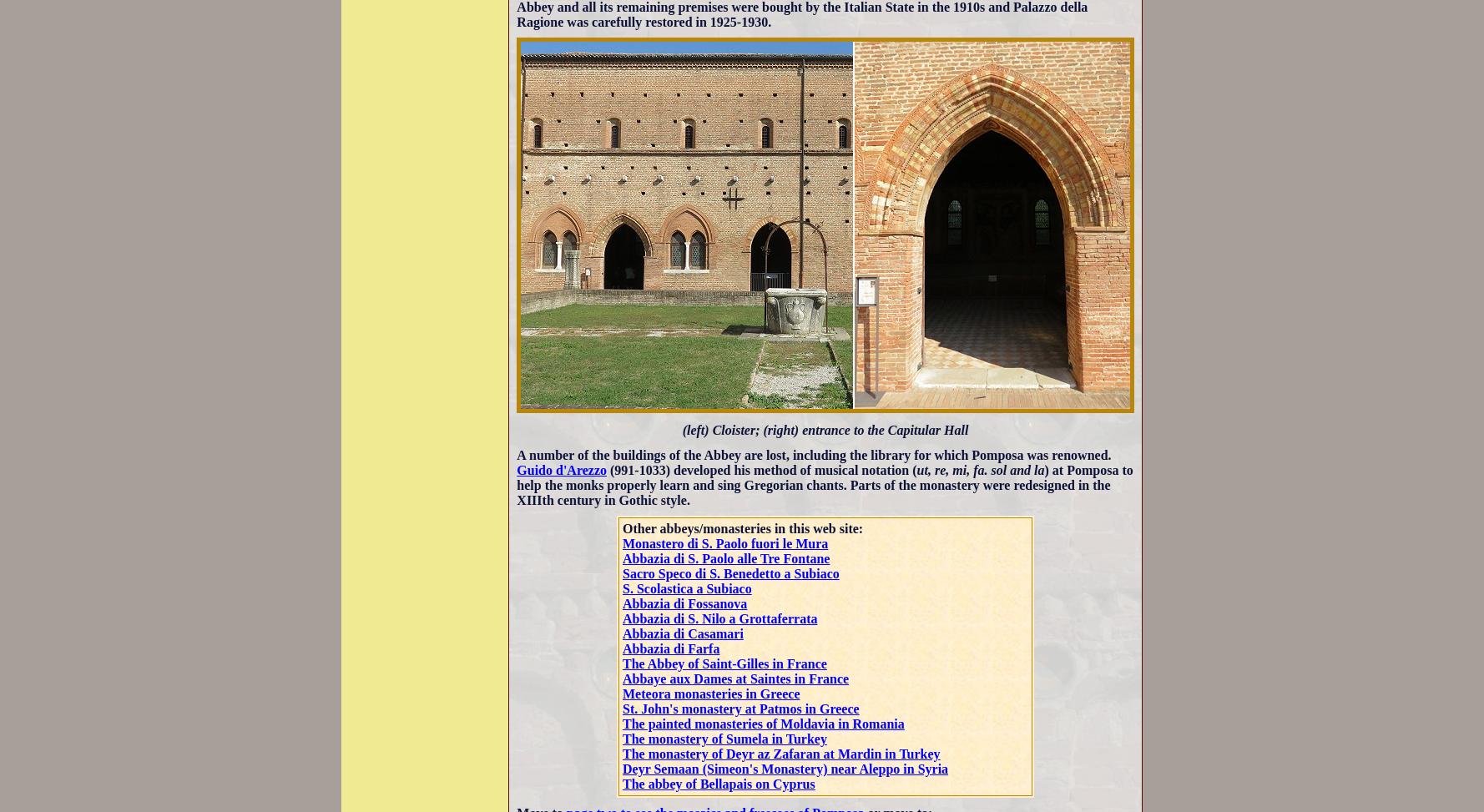  Describe the element at coordinates (515, 484) in the screenshot. I see `') at Pomposa to help the monks properly learn and sing Gregorian chants. Parts of the monastery were redesigned in the XIIIth century in Gothic style.'` at that location.